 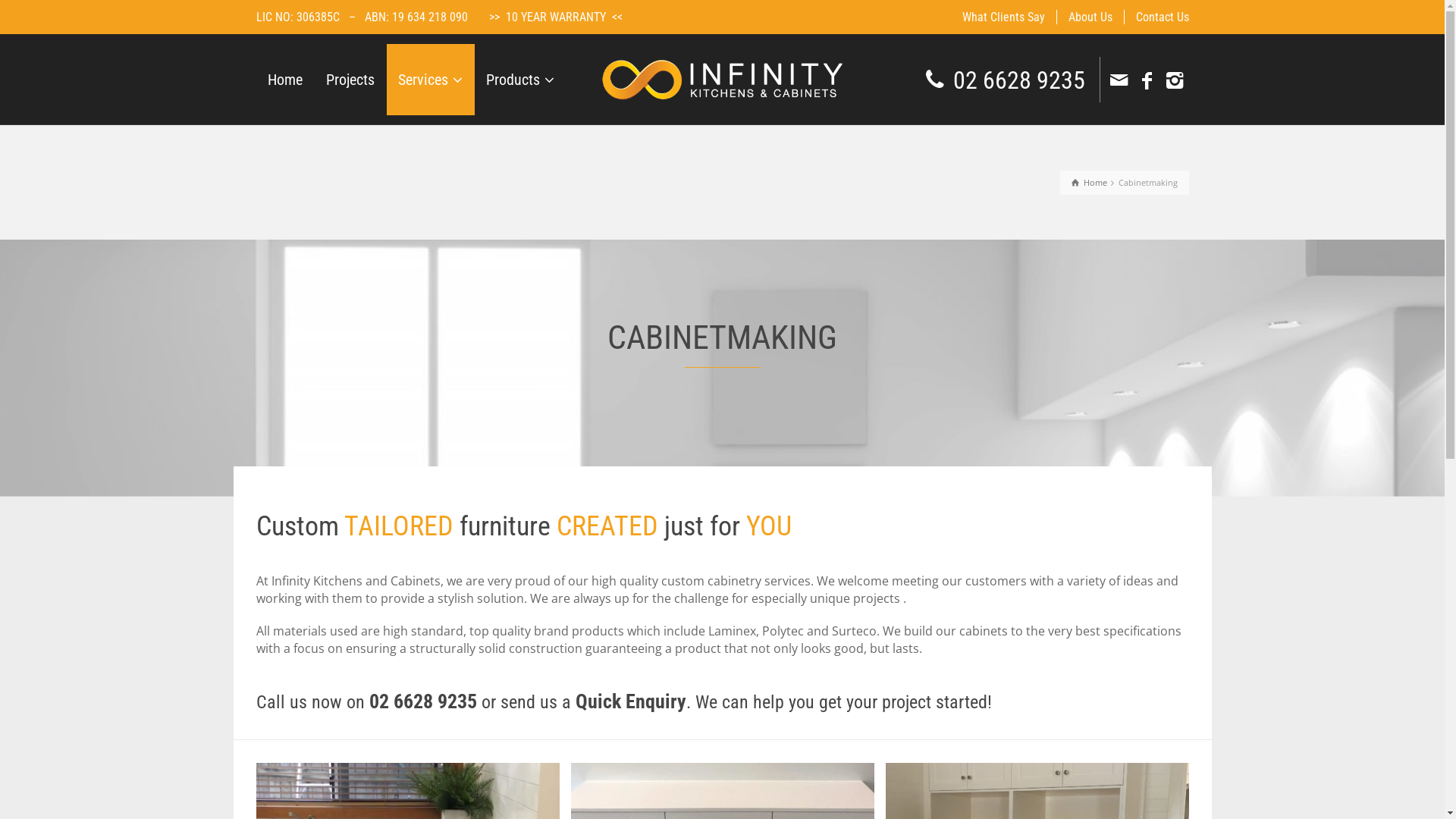 What do you see at coordinates (1120, 80) in the screenshot?
I see `'Email'` at bounding box center [1120, 80].